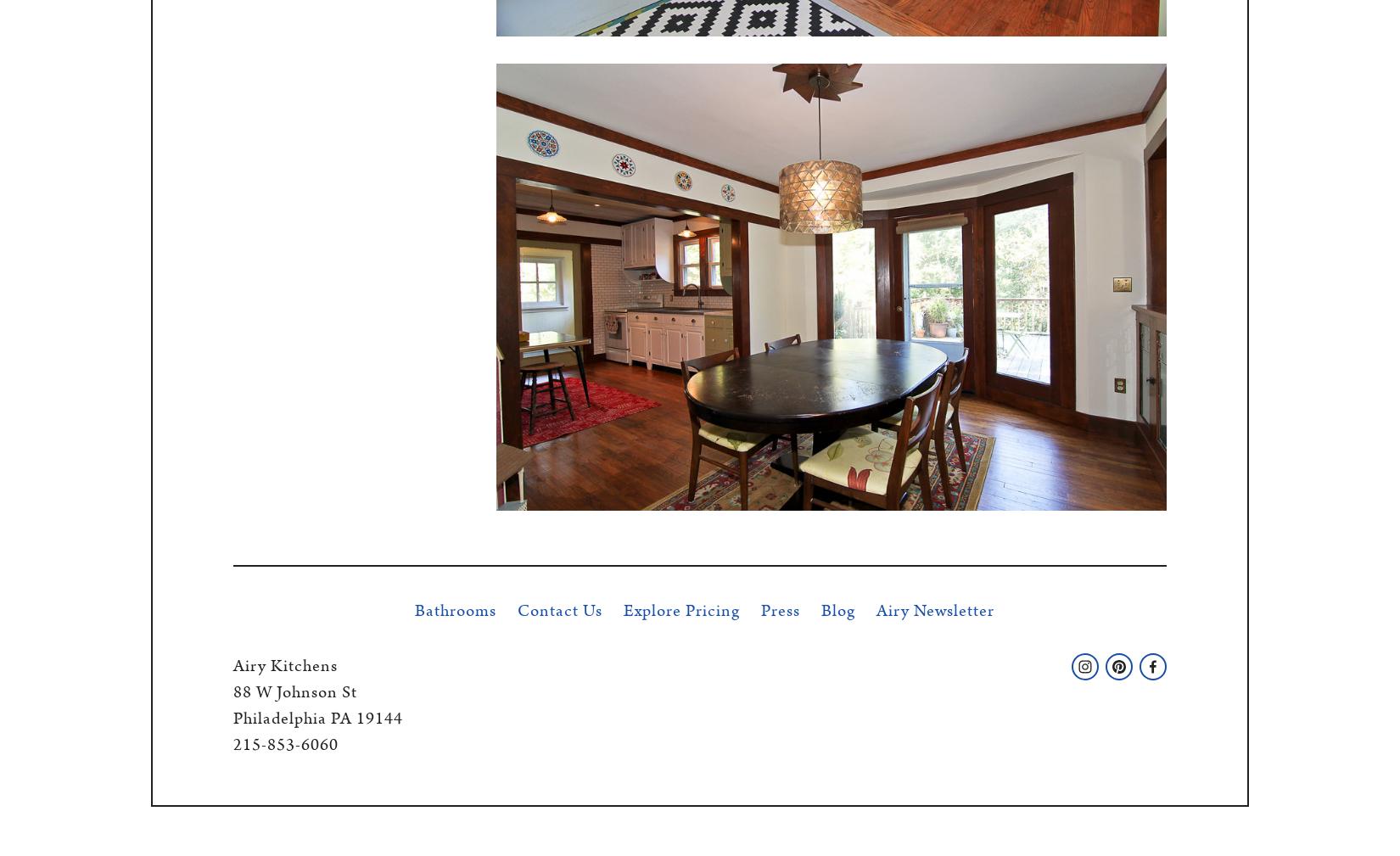 This screenshot has height=856, width=1400. Describe the element at coordinates (837, 610) in the screenshot. I see `'Blog'` at that location.